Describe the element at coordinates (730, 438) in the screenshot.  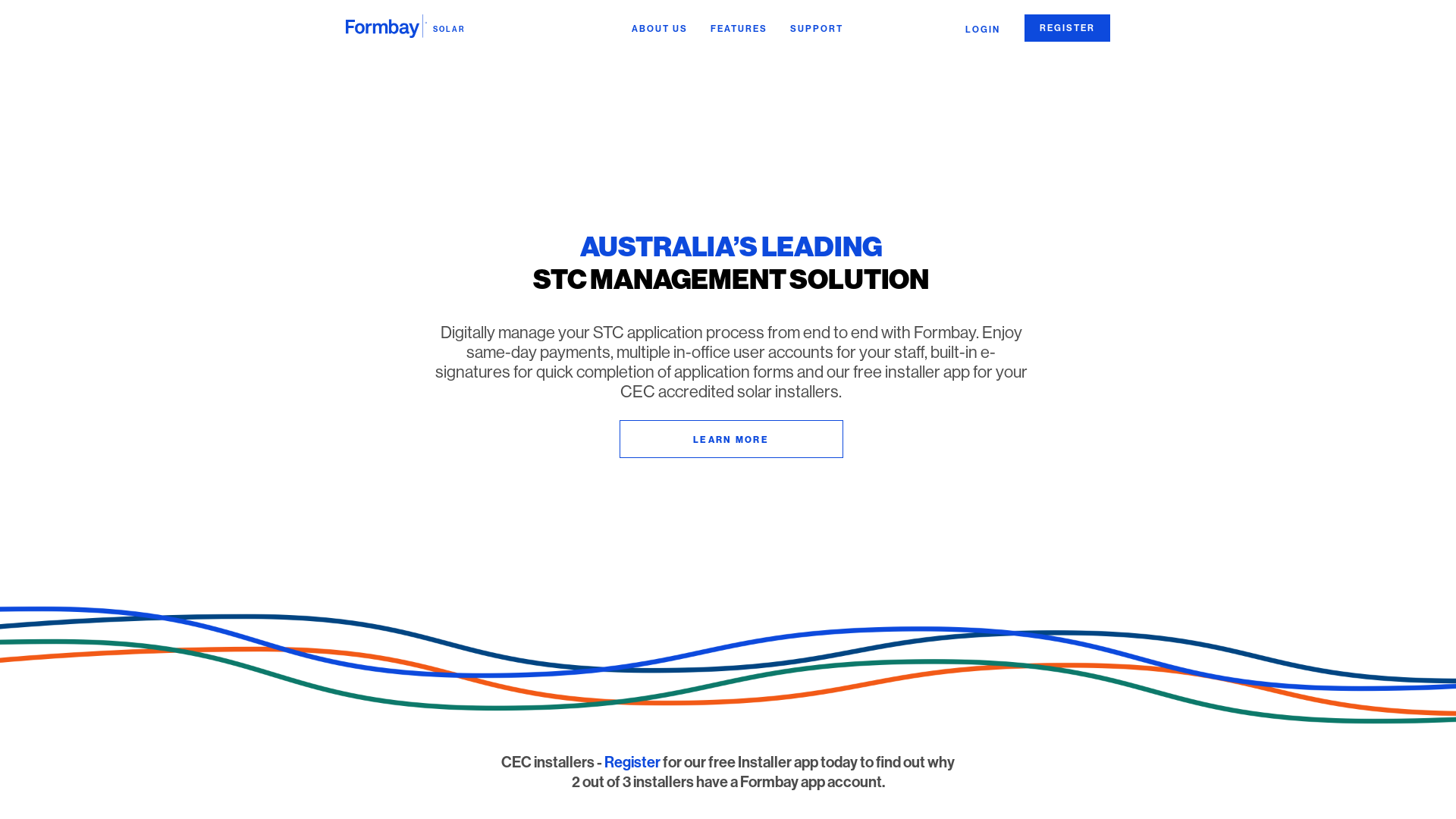
I see `'LEARN MORE'` at that location.